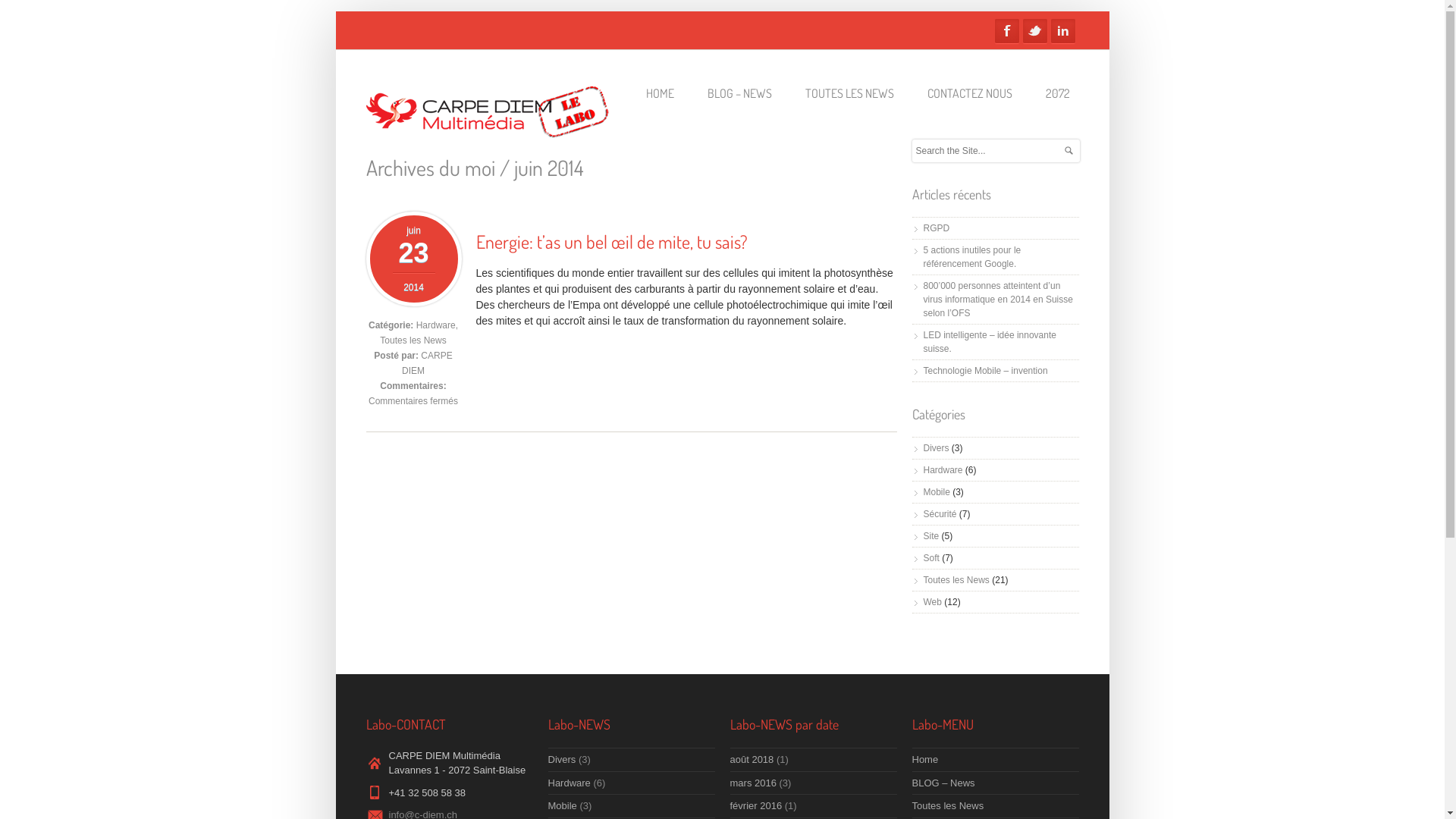  What do you see at coordinates (752, 783) in the screenshot?
I see `'mars 2016'` at bounding box center [752, 783].